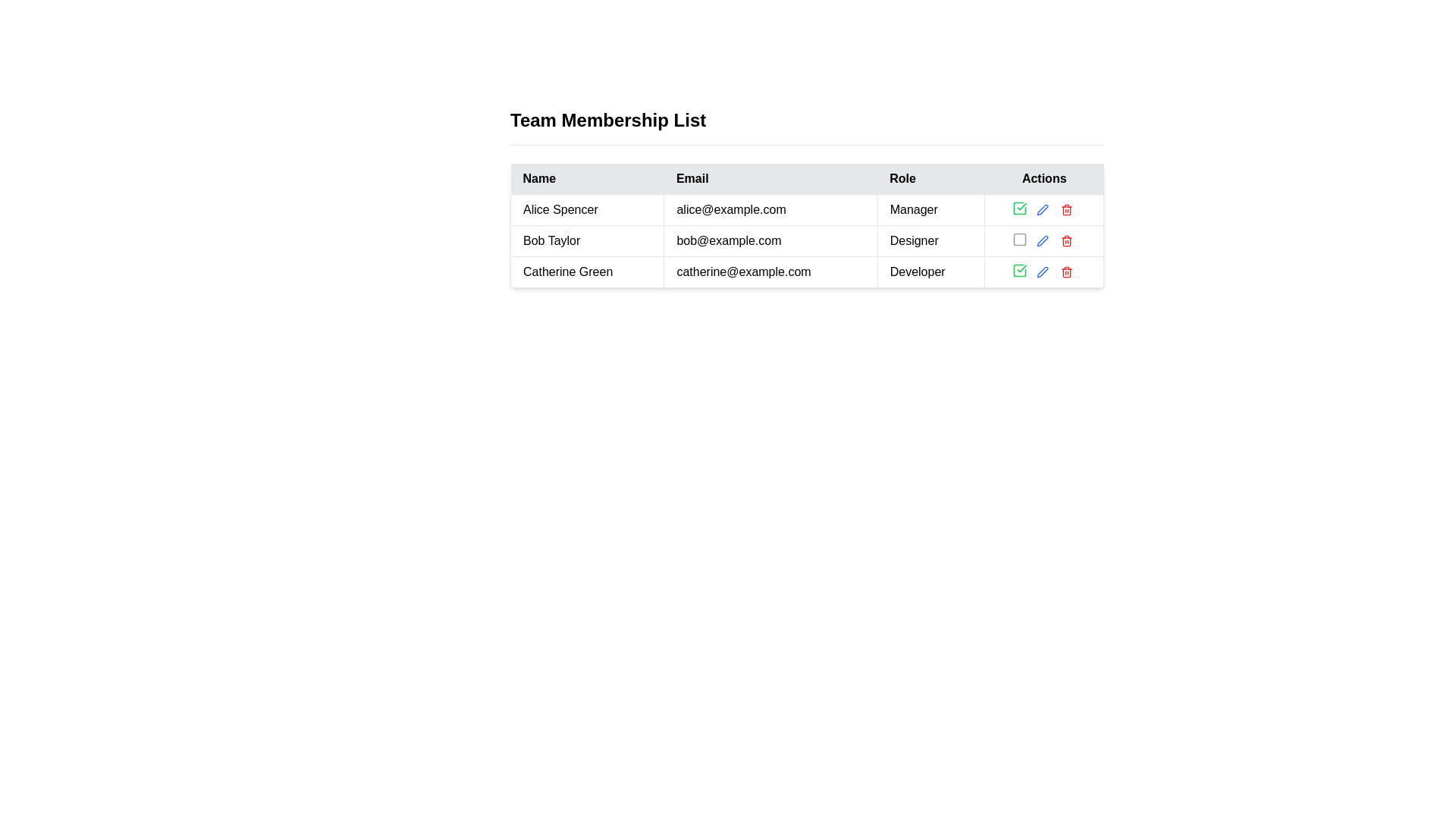  What do you see at coordinates (930, 210) in the screenshot?
I see `the text display element labeled 'Manager' located in the third column of the first row of the table under the 'Role' header` at bounding box center [930, 210].